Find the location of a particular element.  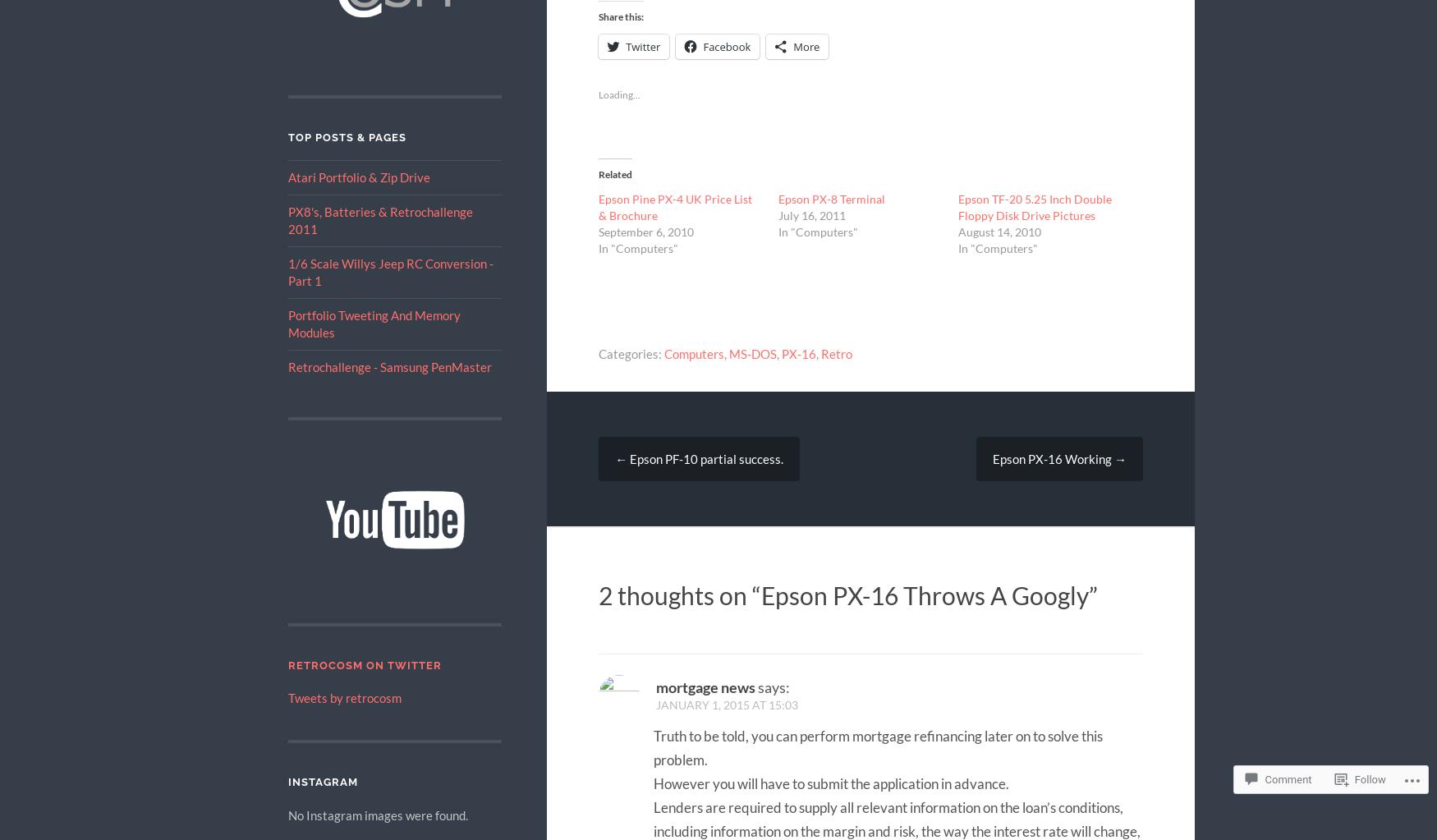

'Share this:' is located at coordinates (599, 16).